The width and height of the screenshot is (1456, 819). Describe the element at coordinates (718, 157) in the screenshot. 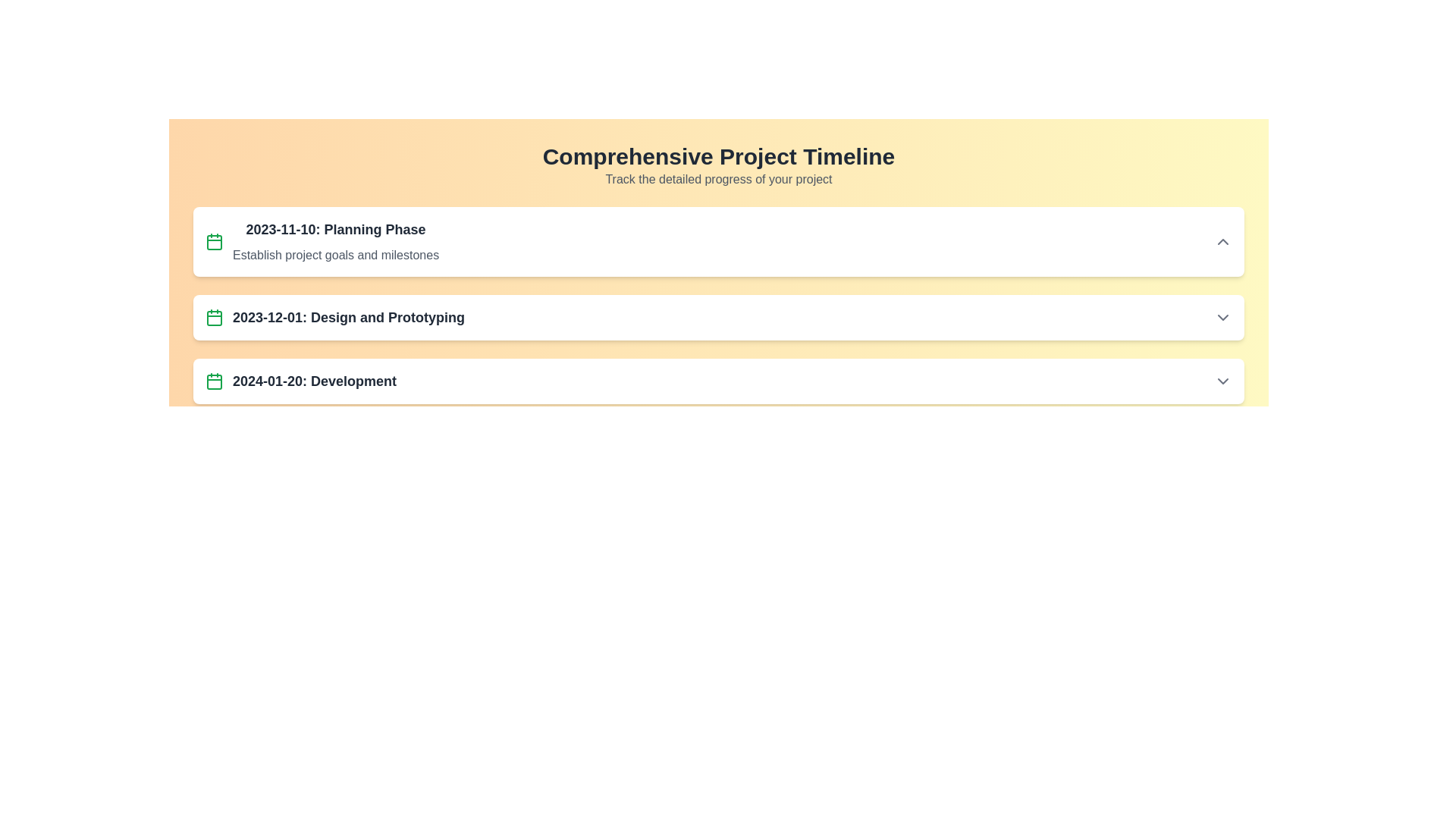

I see `the heading text display that indicates the project timeline, located at the top section of the interface` at that location.